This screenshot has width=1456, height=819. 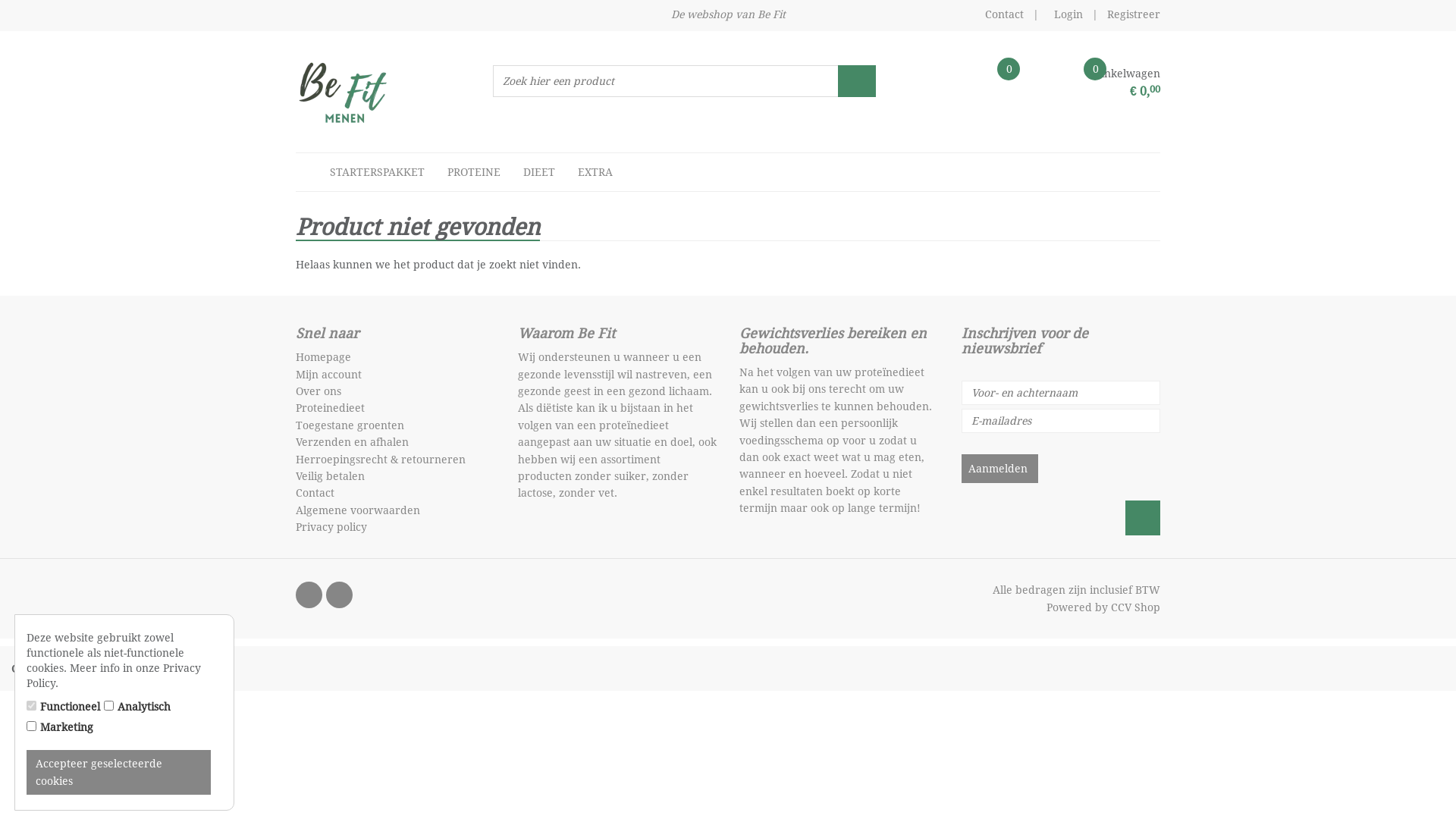 I want to click on '0', so click(x=949, y=85).